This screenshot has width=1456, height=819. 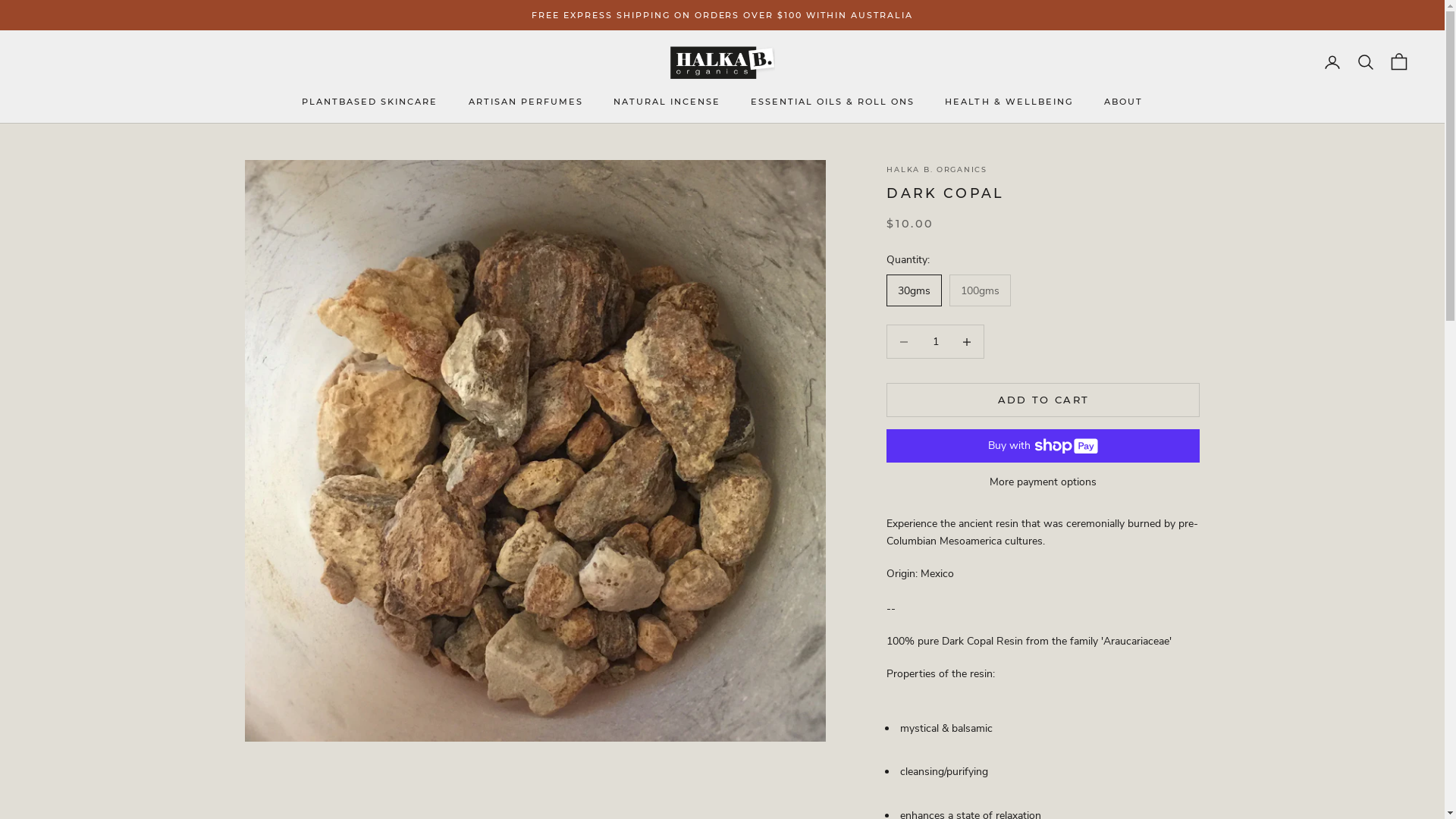 I want to click on 'Halka B. Organics', so click(x=720, y=61).